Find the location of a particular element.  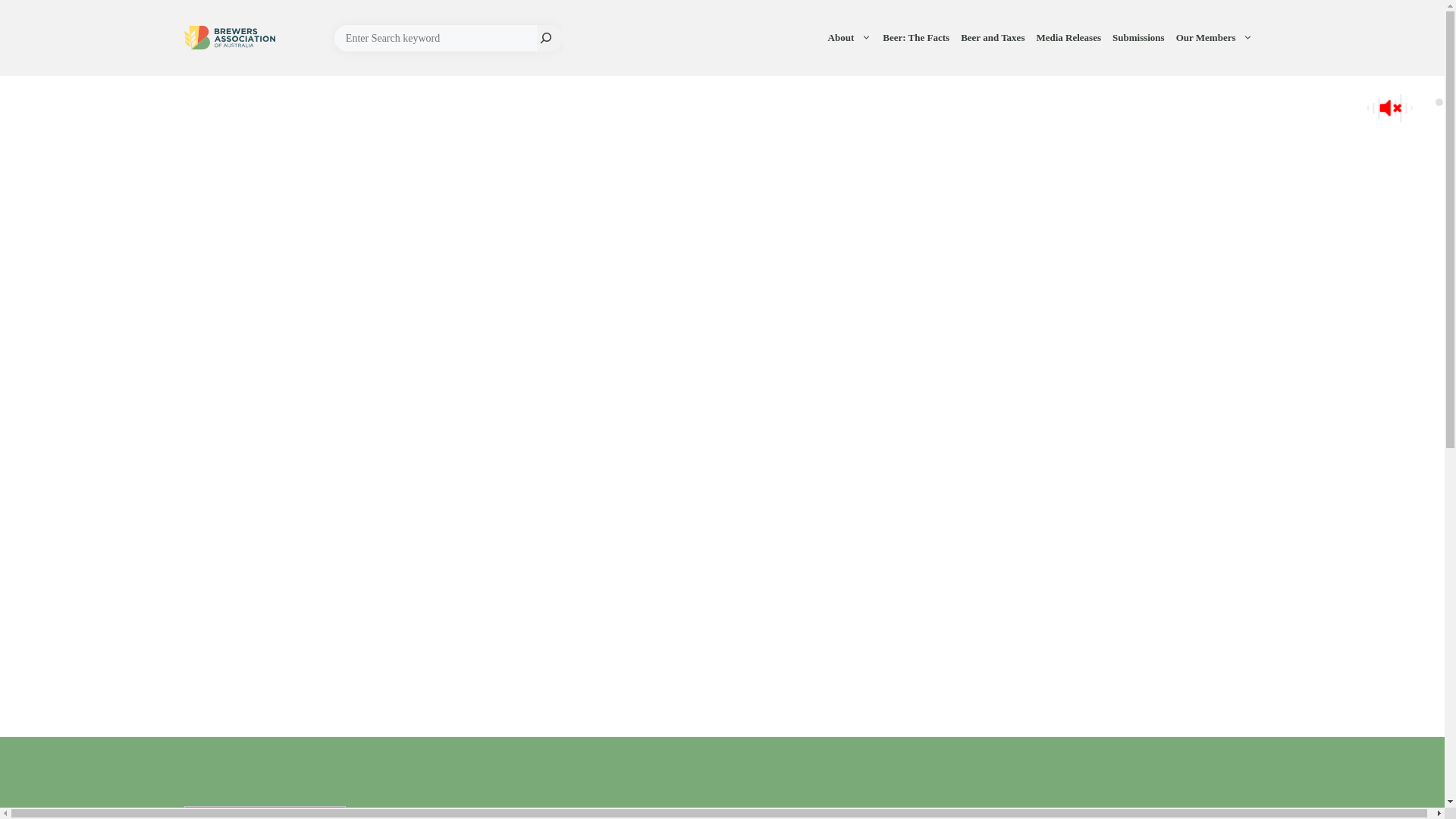

'Submissions' is located at coordinates (1140, 37).